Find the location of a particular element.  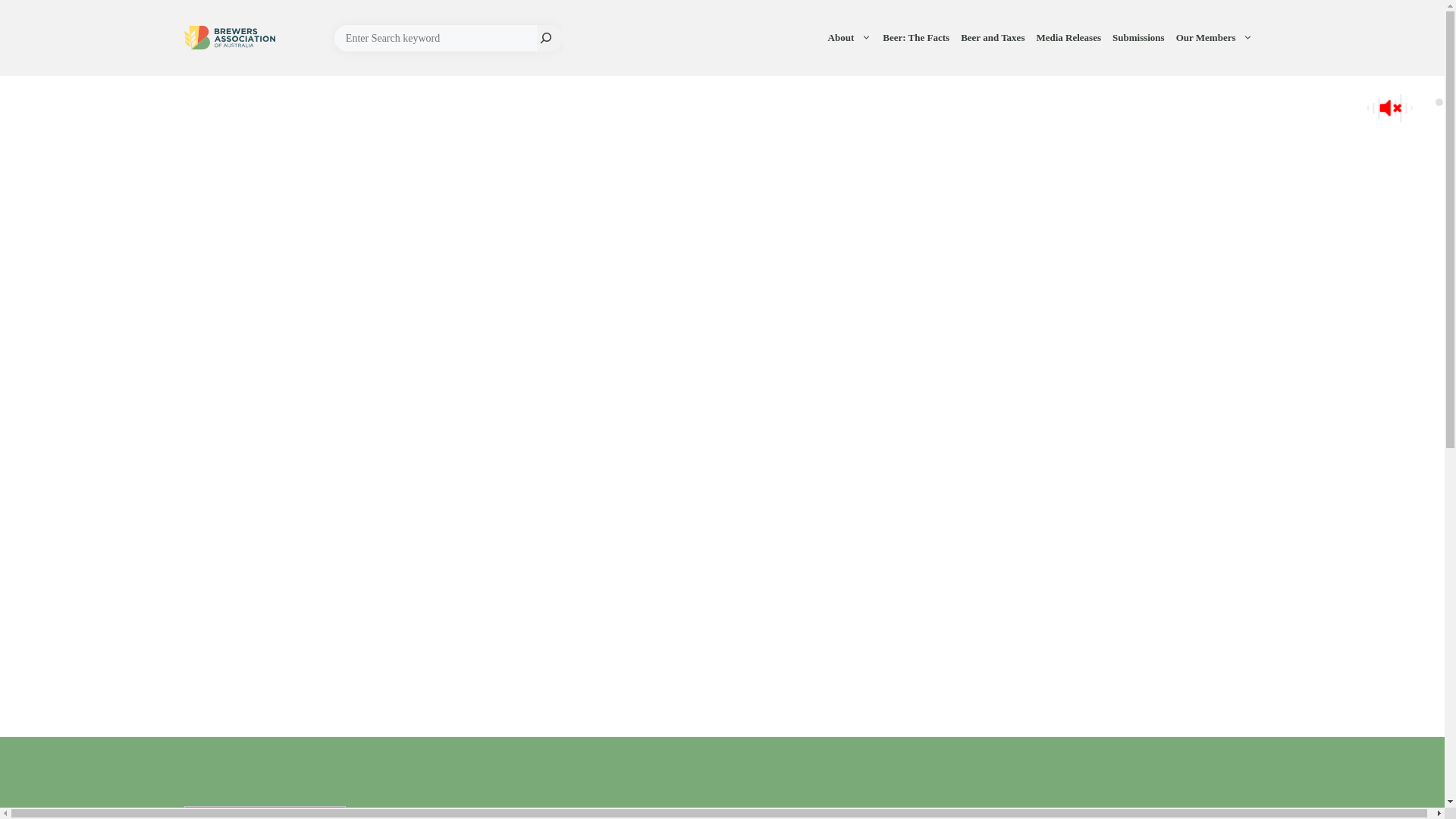

'Submissions' is located at coordinates (1140, 37).